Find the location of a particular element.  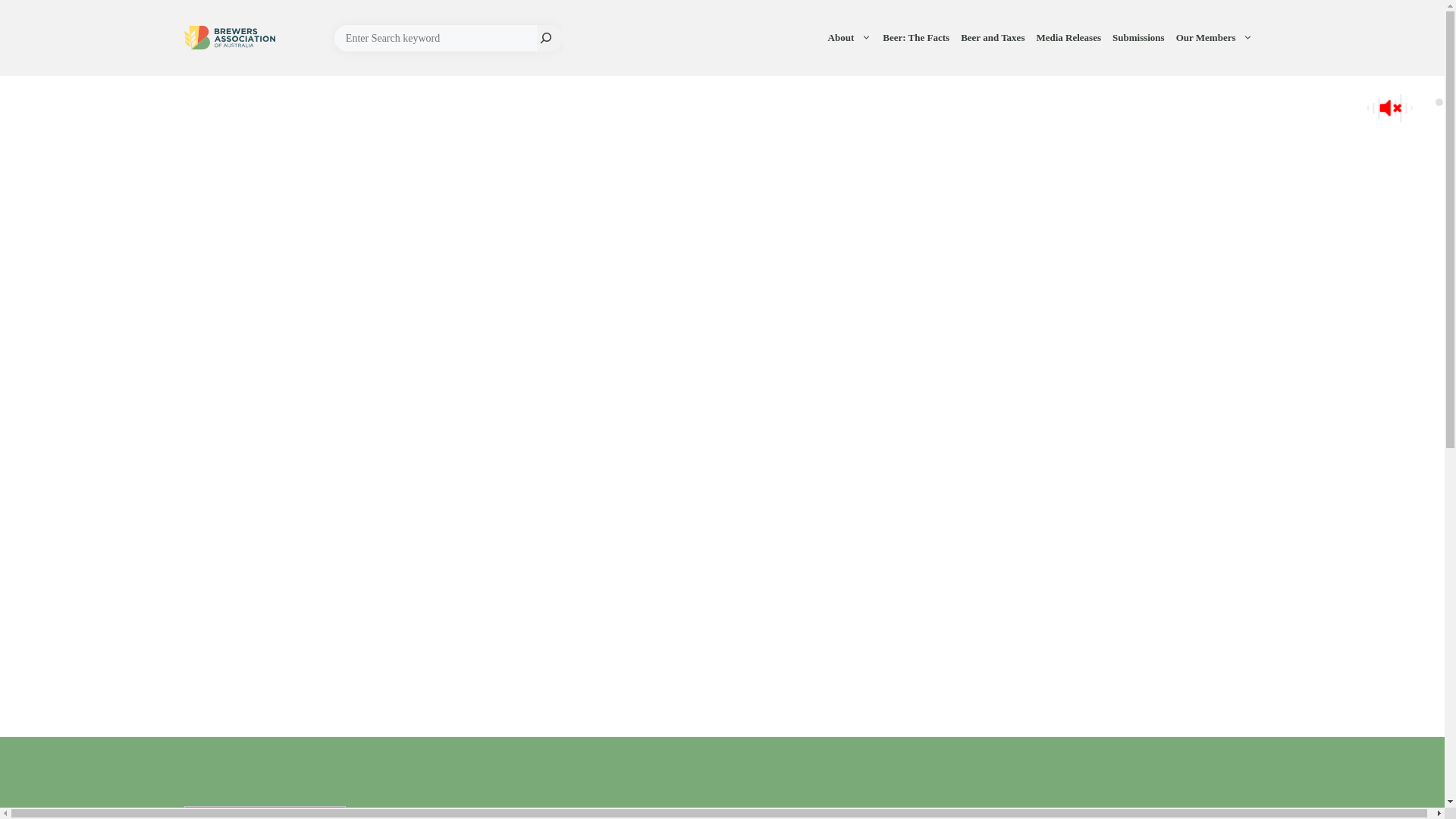

'Submissions' is located at coordinates (1140, 37).